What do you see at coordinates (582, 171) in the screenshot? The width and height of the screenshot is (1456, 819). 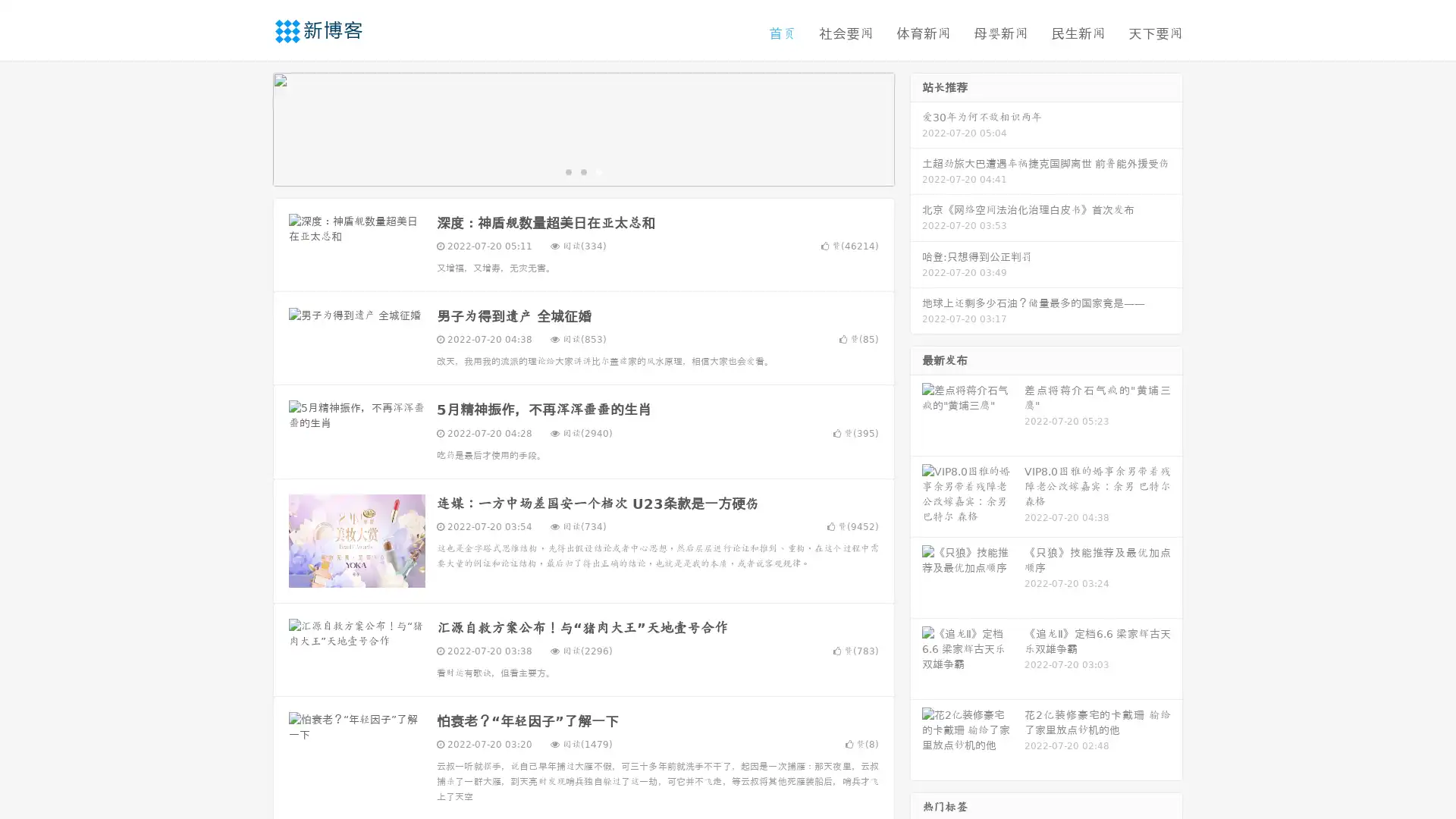 I see `Go to slide 2` at bounding box center [582, 171].